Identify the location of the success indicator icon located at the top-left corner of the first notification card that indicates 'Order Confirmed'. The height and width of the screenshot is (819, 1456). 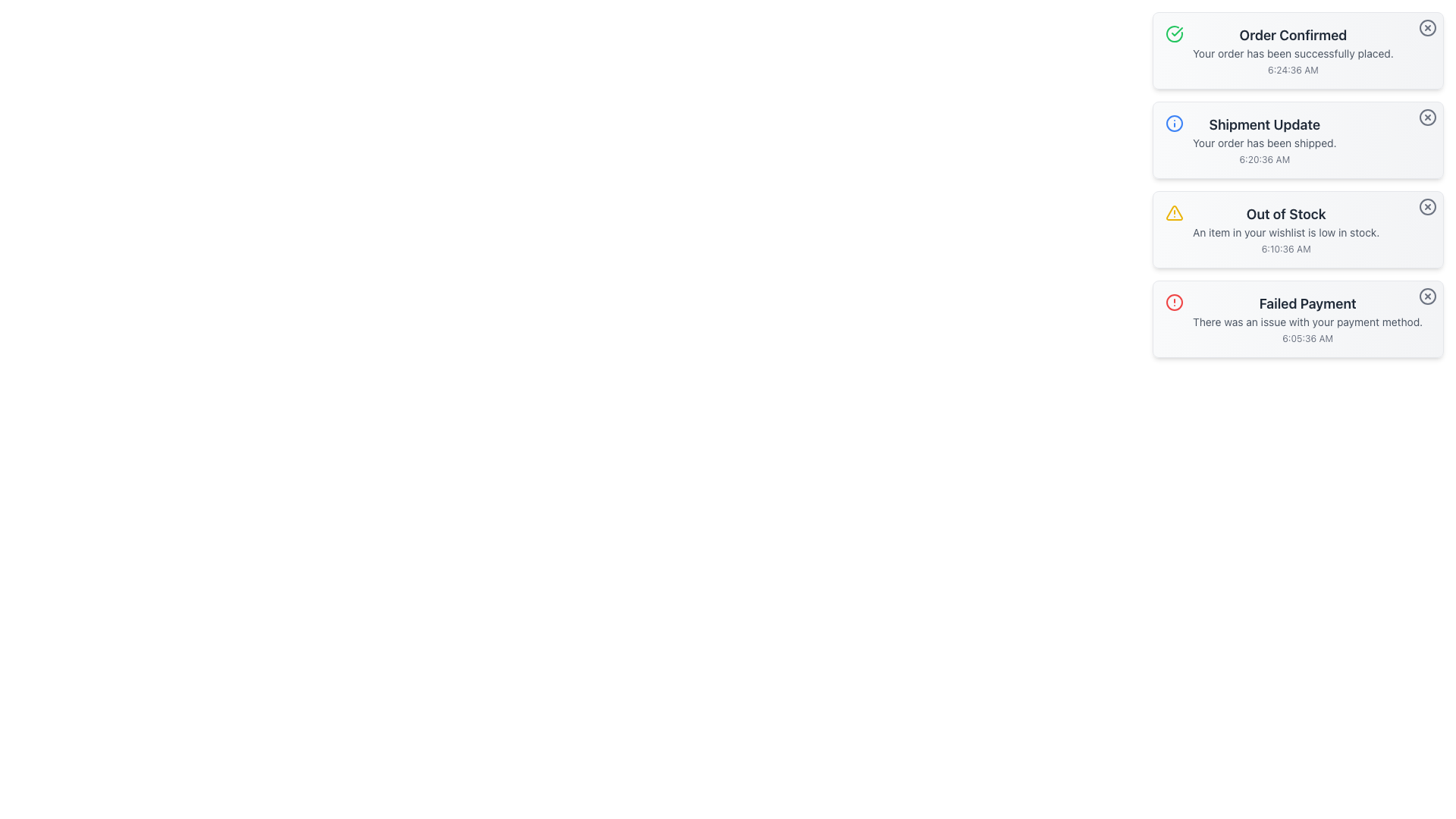
(1174, 34).